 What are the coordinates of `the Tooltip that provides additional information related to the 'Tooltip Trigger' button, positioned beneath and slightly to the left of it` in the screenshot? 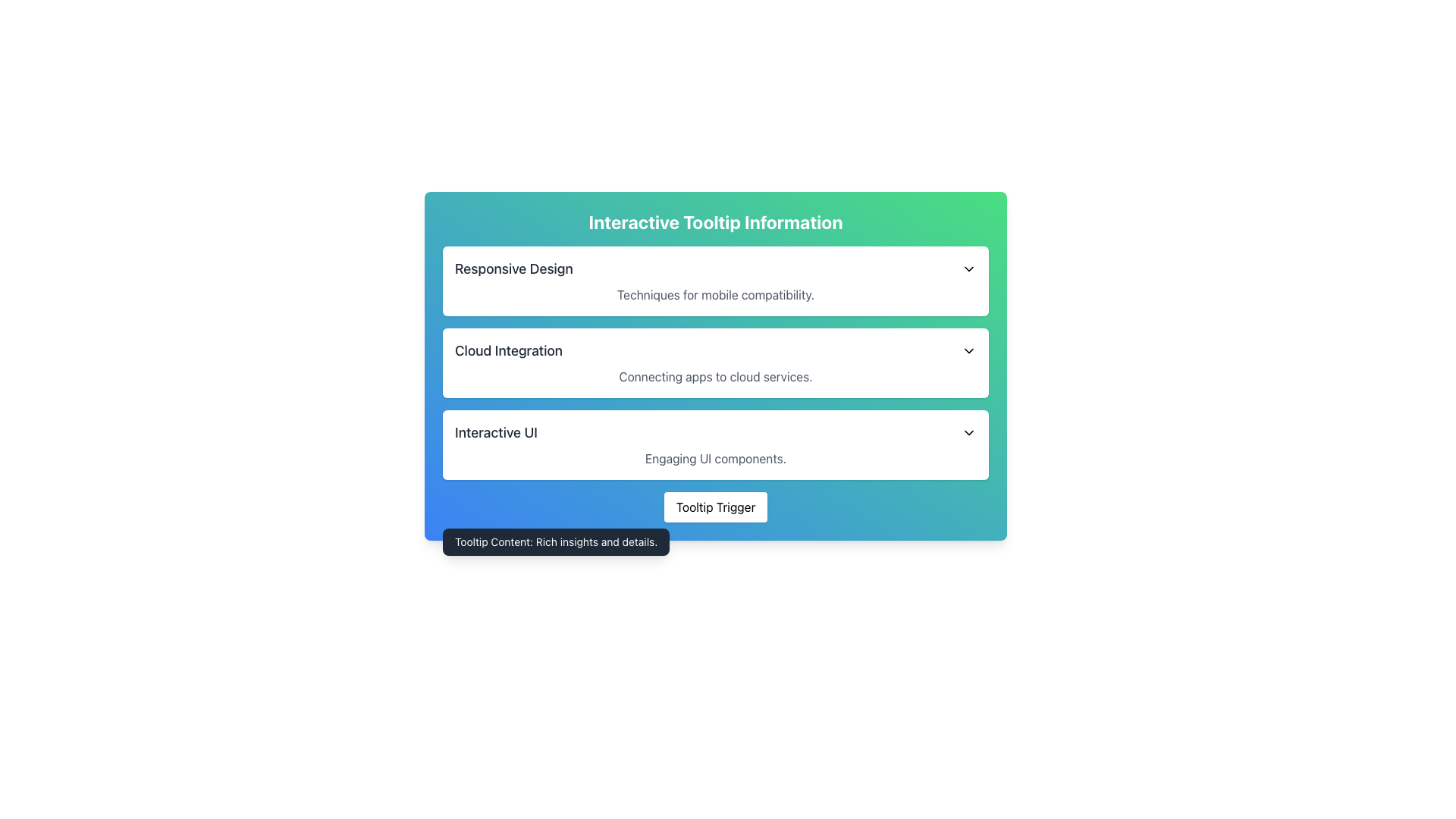 It's located at (555, 541).